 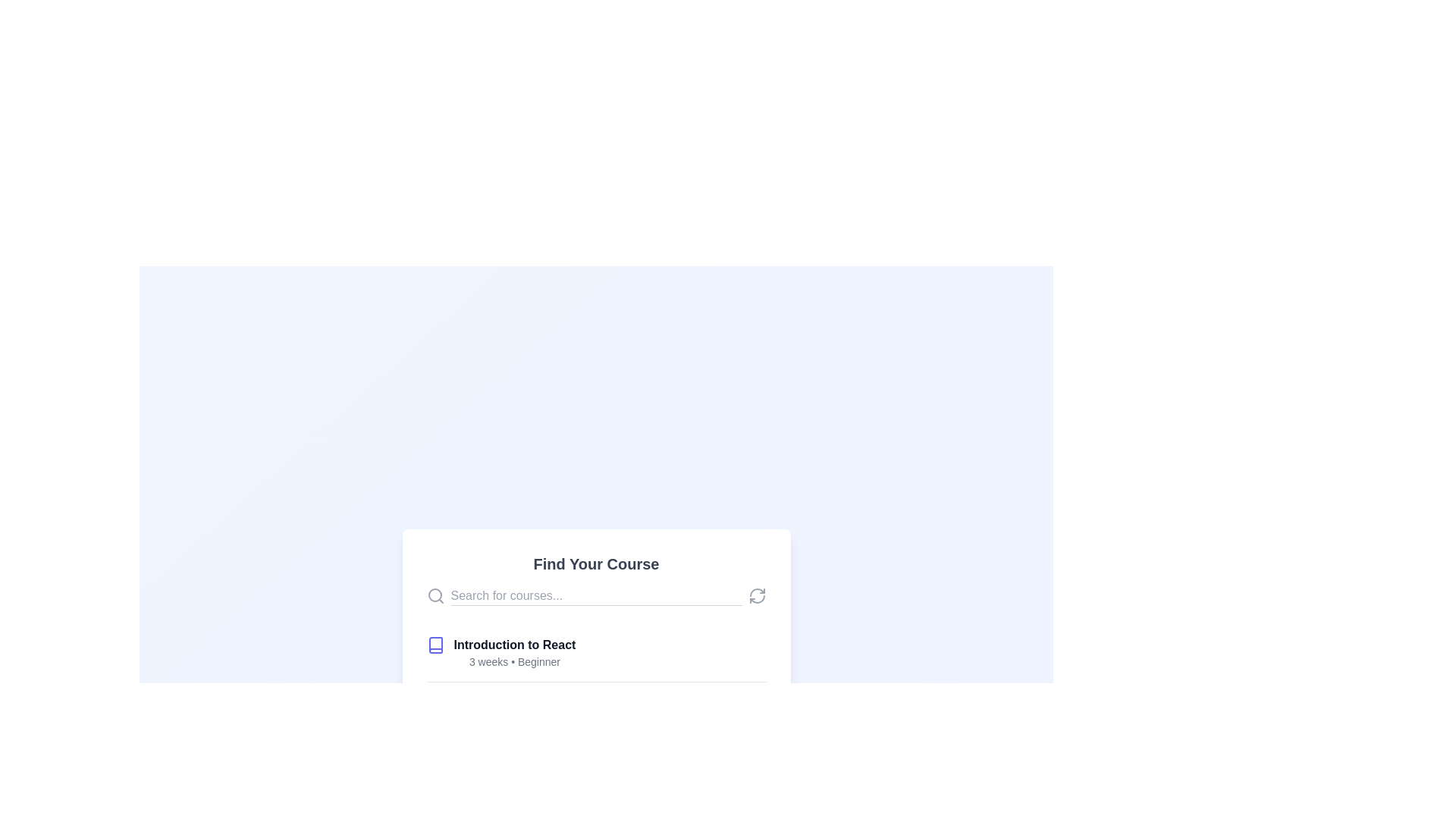 What do you see at coordinates (514, 651) in the screenshot?
I see `text content of the Text block displaying course details, which includes 'Introduction to React' and '3 weeks • Beginner'` at bounding box center [514, 651].